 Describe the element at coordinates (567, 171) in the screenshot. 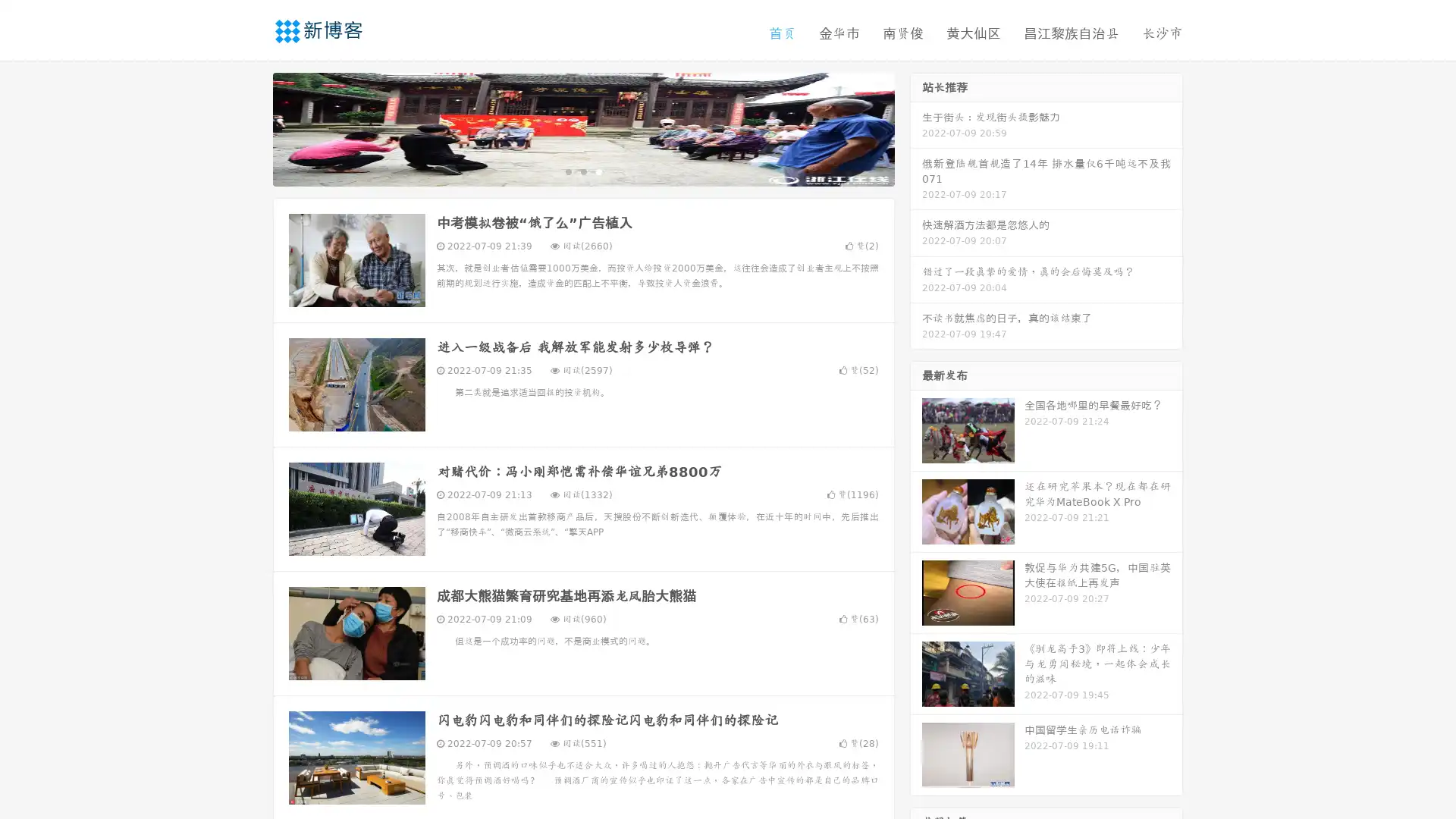

I see `Go to slide 1` at that location.